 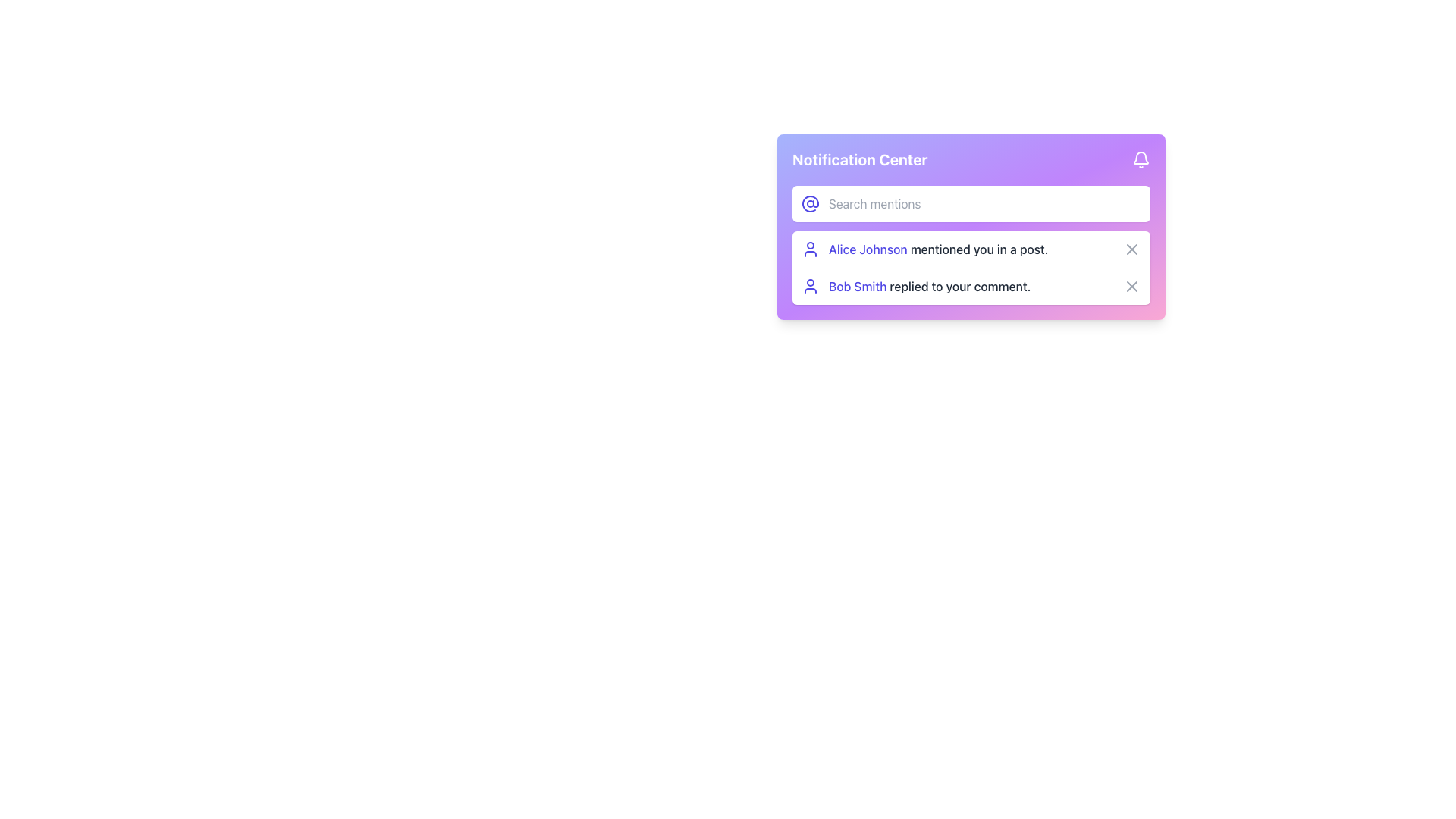 I want to click on the content of the Text Display (Notification) that reads 'Alice Johnson mentioned you in a post. Bob Smith replied to your comment.', so click(x=971, y=244).